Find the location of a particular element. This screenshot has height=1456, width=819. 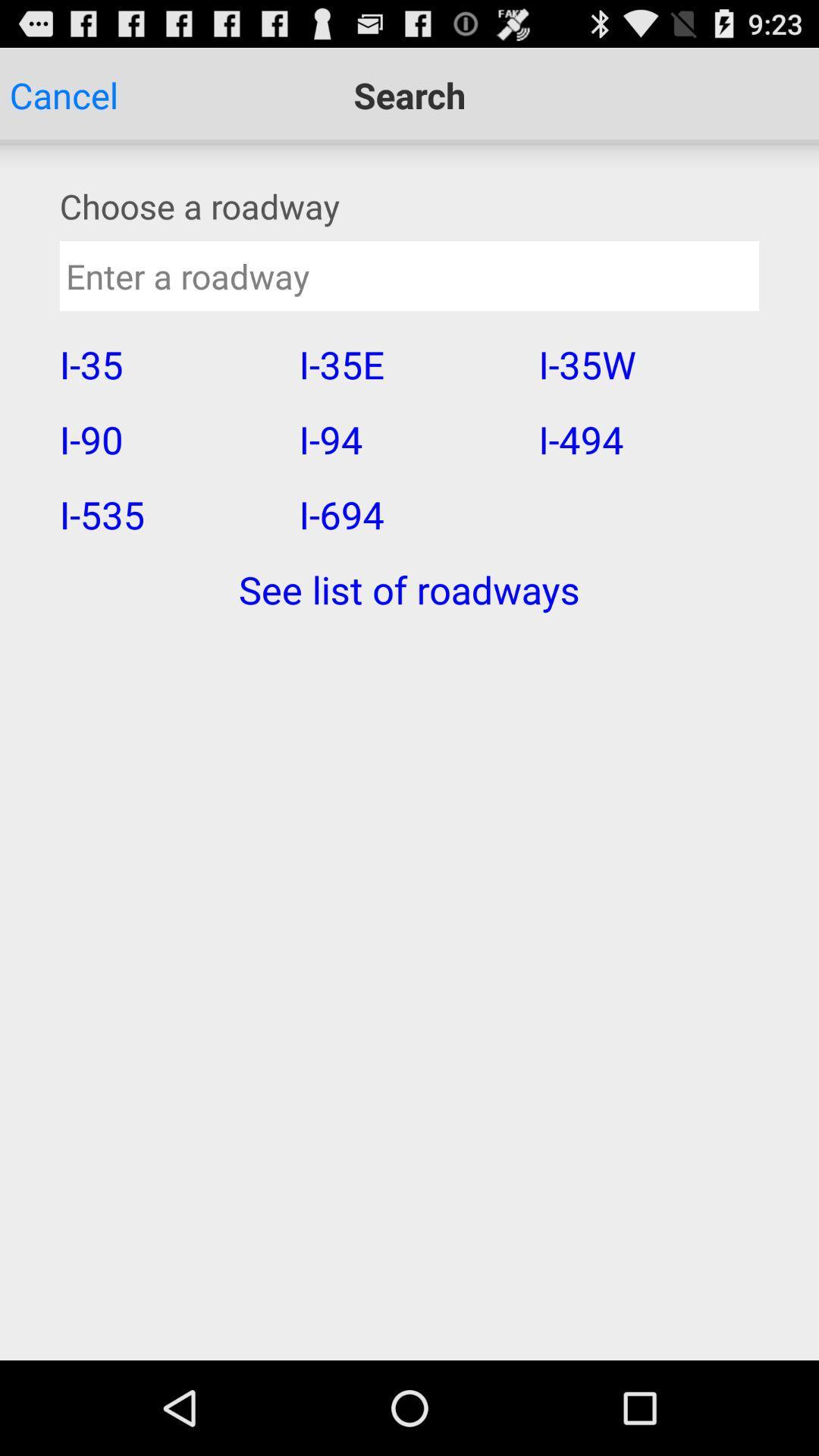

choose a roadway app is located at coordinates (409, 205).